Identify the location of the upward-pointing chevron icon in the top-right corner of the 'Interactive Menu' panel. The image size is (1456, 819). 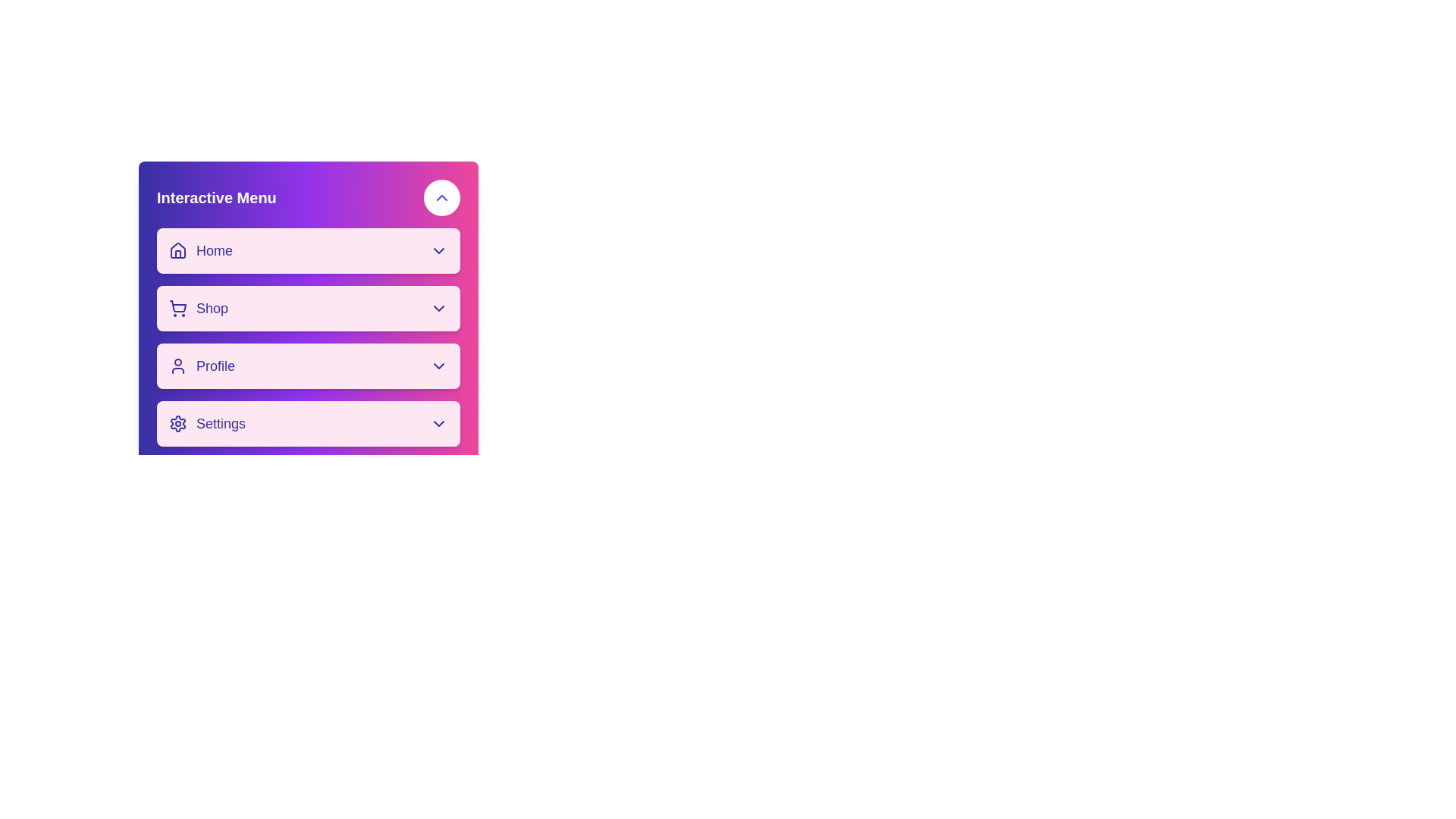
(441, 197).